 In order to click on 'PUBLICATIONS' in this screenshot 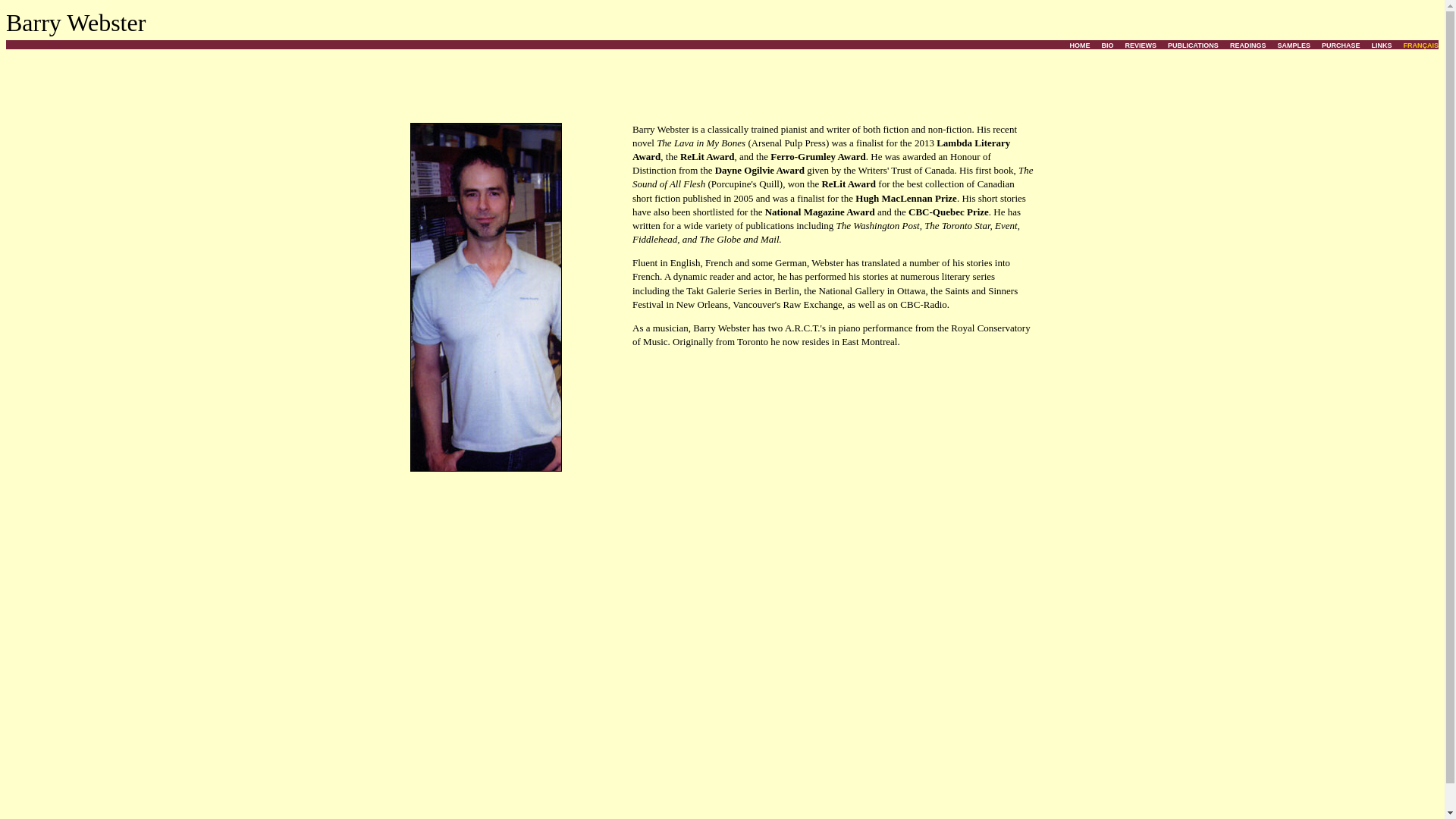, I will do `click(1192, 45)`.